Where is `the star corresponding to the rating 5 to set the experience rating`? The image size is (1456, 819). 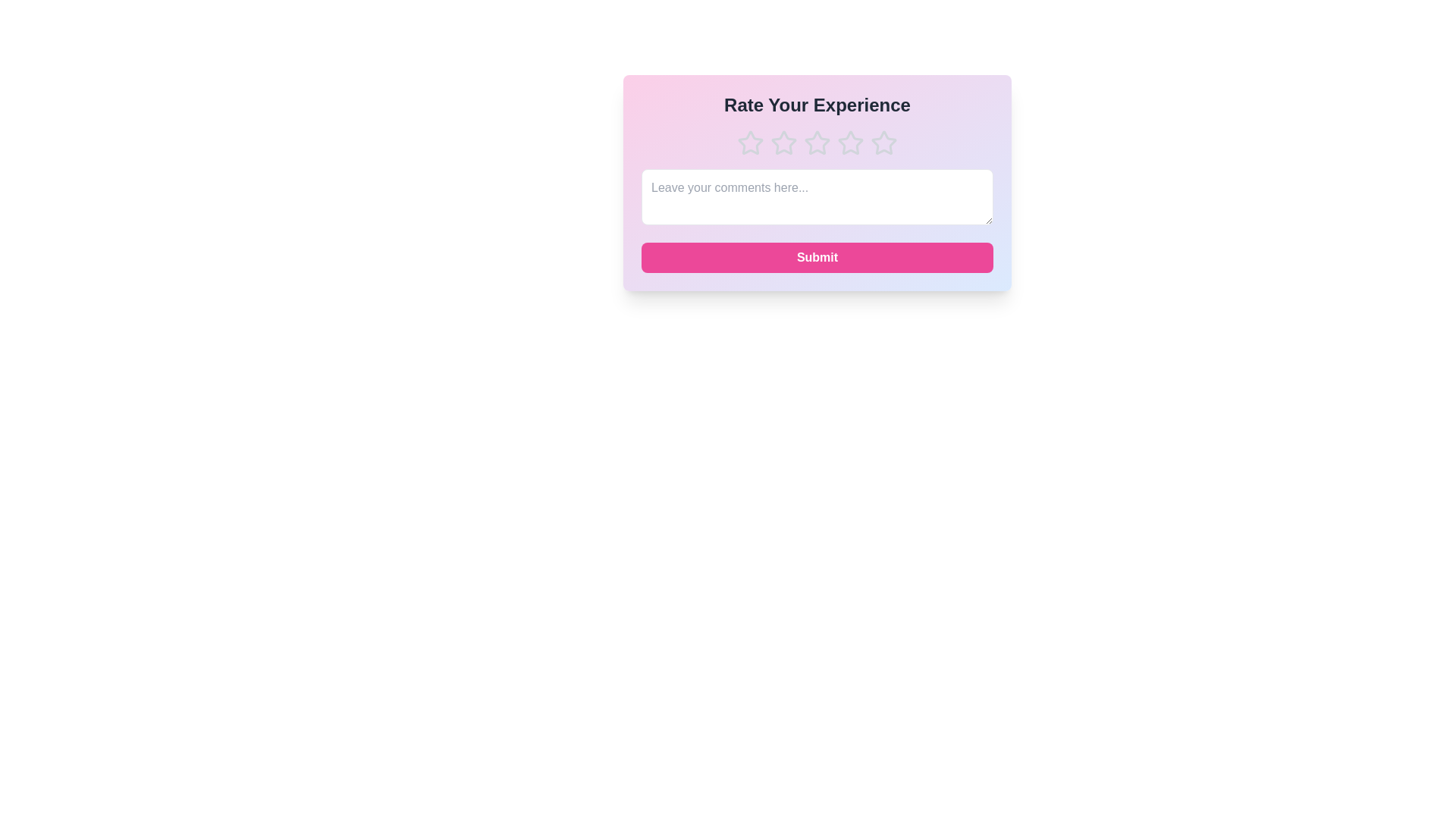 the star corresponding to the rating 5 to set the experience rating is located at coordinates (884, 143).